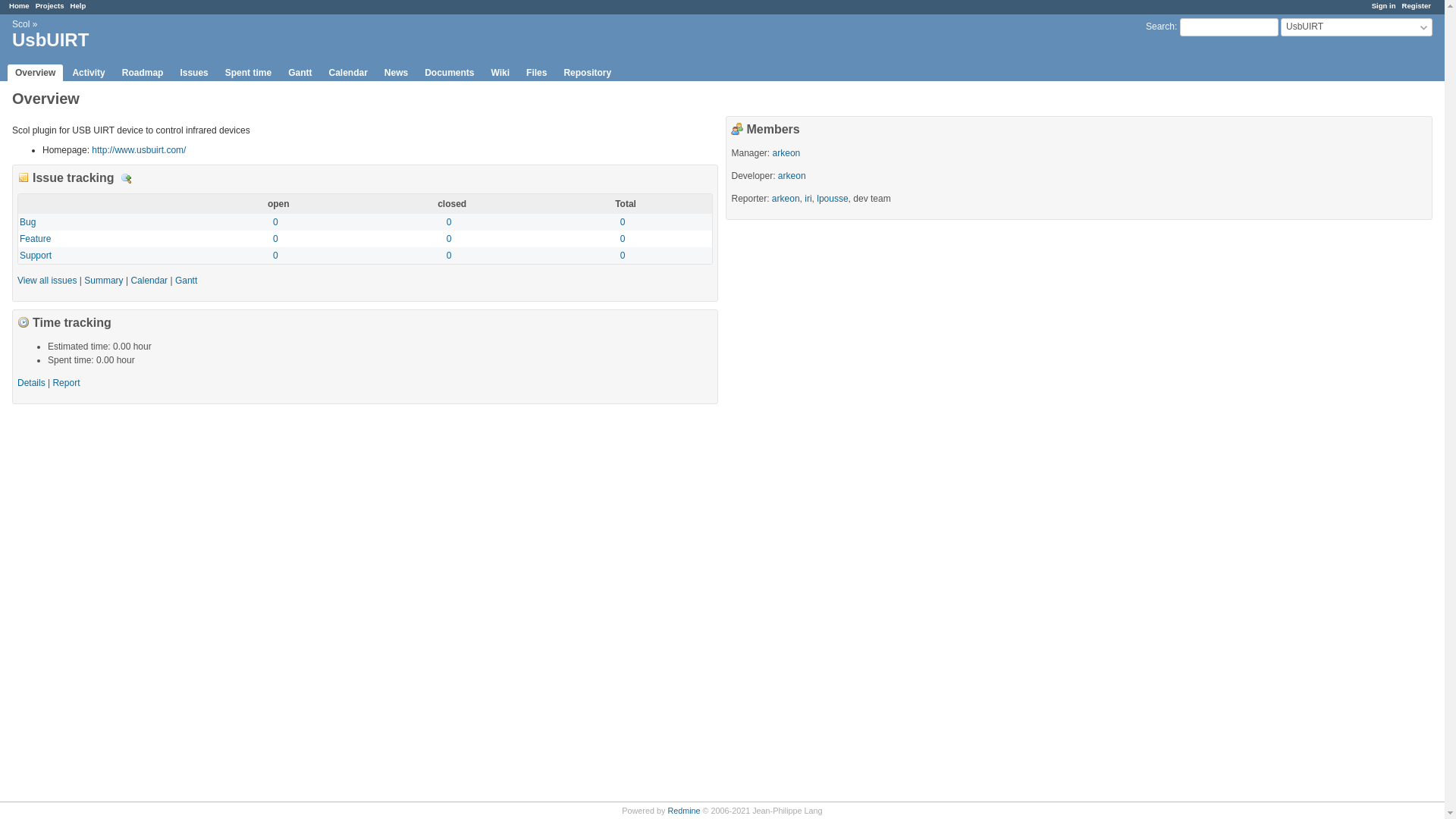  Describe the element at coordinates (483, 73) in the screenshot. I see `'Wiki'` at that location.